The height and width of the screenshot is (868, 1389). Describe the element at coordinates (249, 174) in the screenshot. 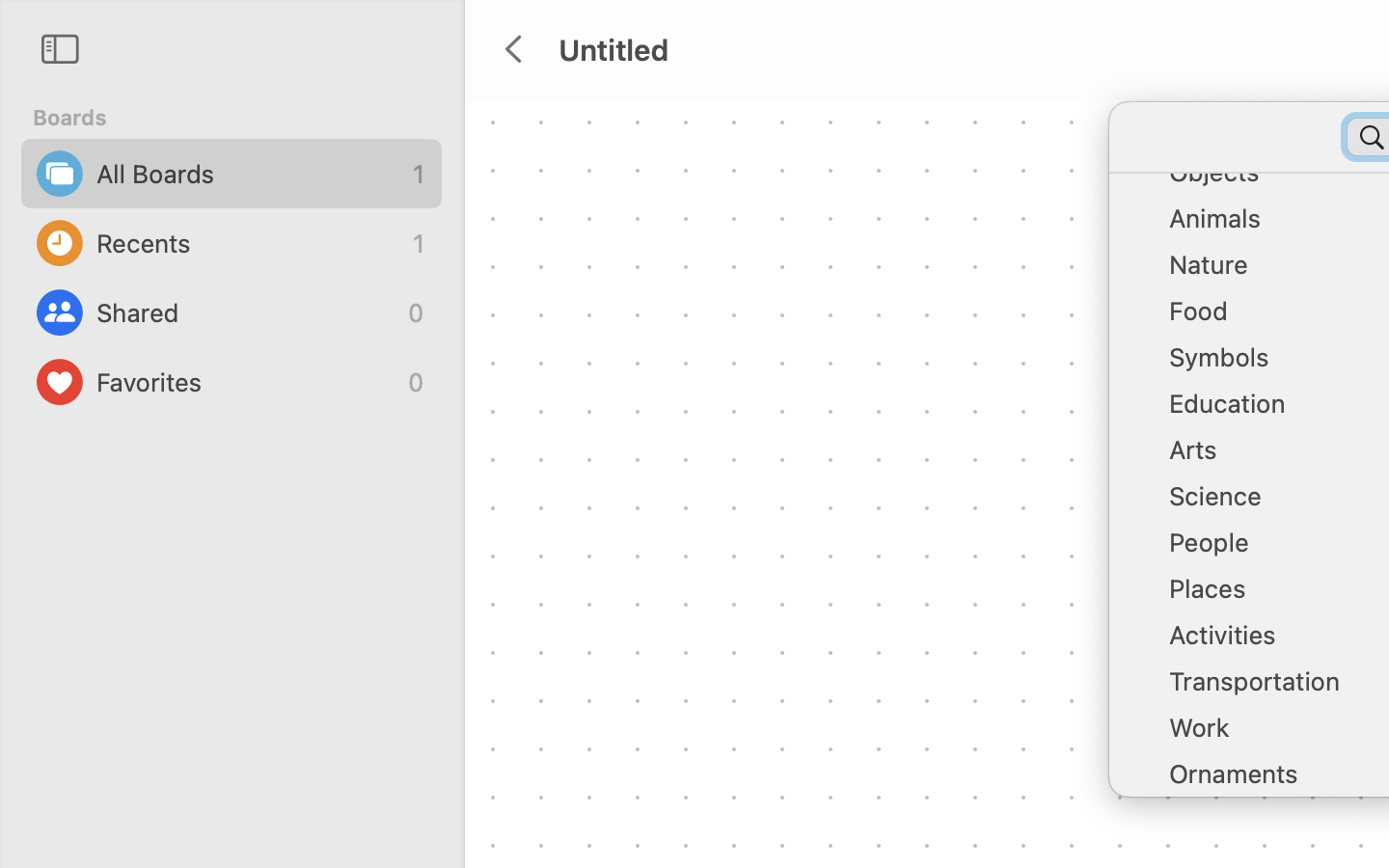

I see `'All Boards'` at that location.